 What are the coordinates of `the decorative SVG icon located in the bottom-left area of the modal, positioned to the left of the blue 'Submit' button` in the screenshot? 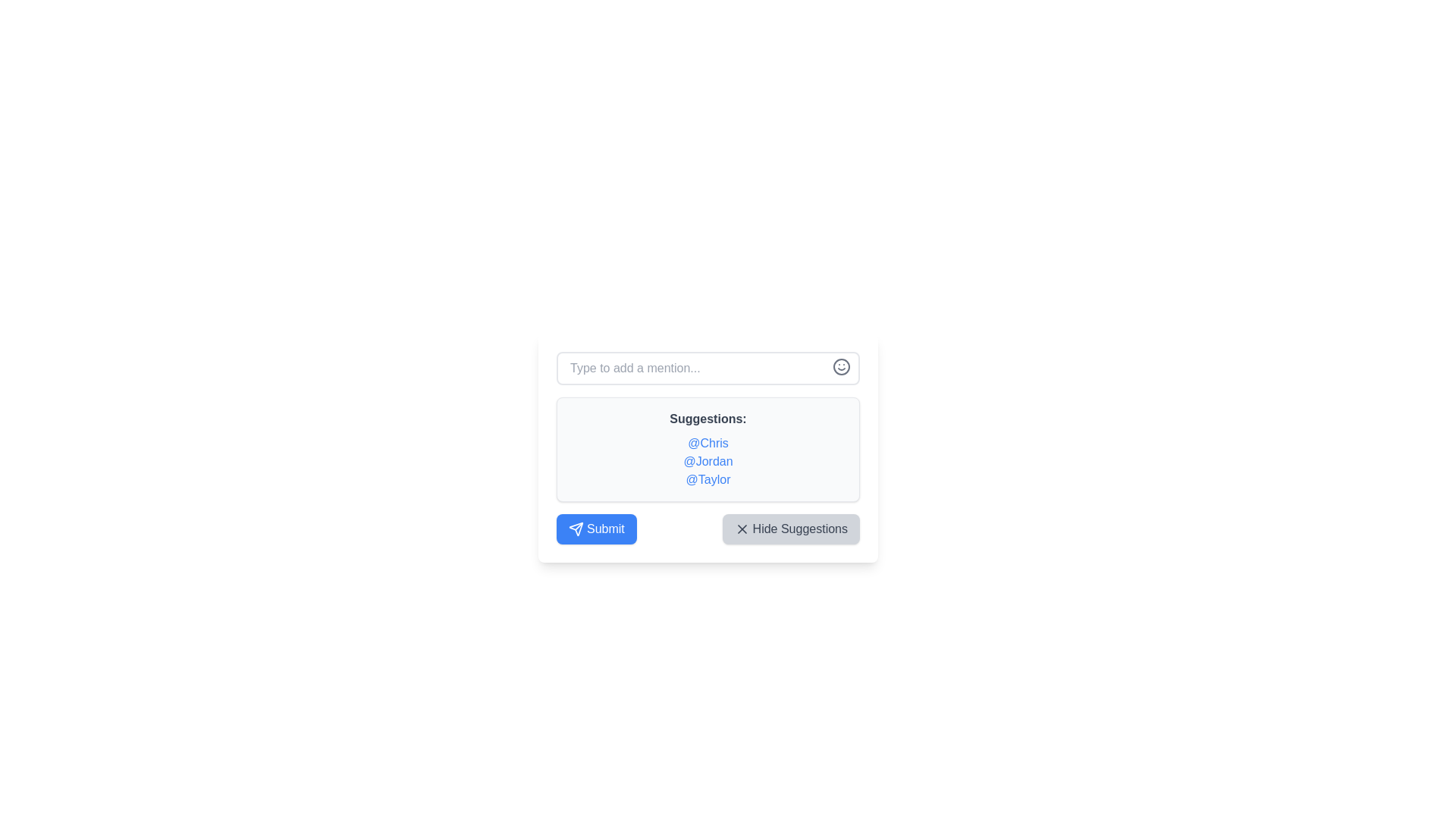 It's located at (575, 529).